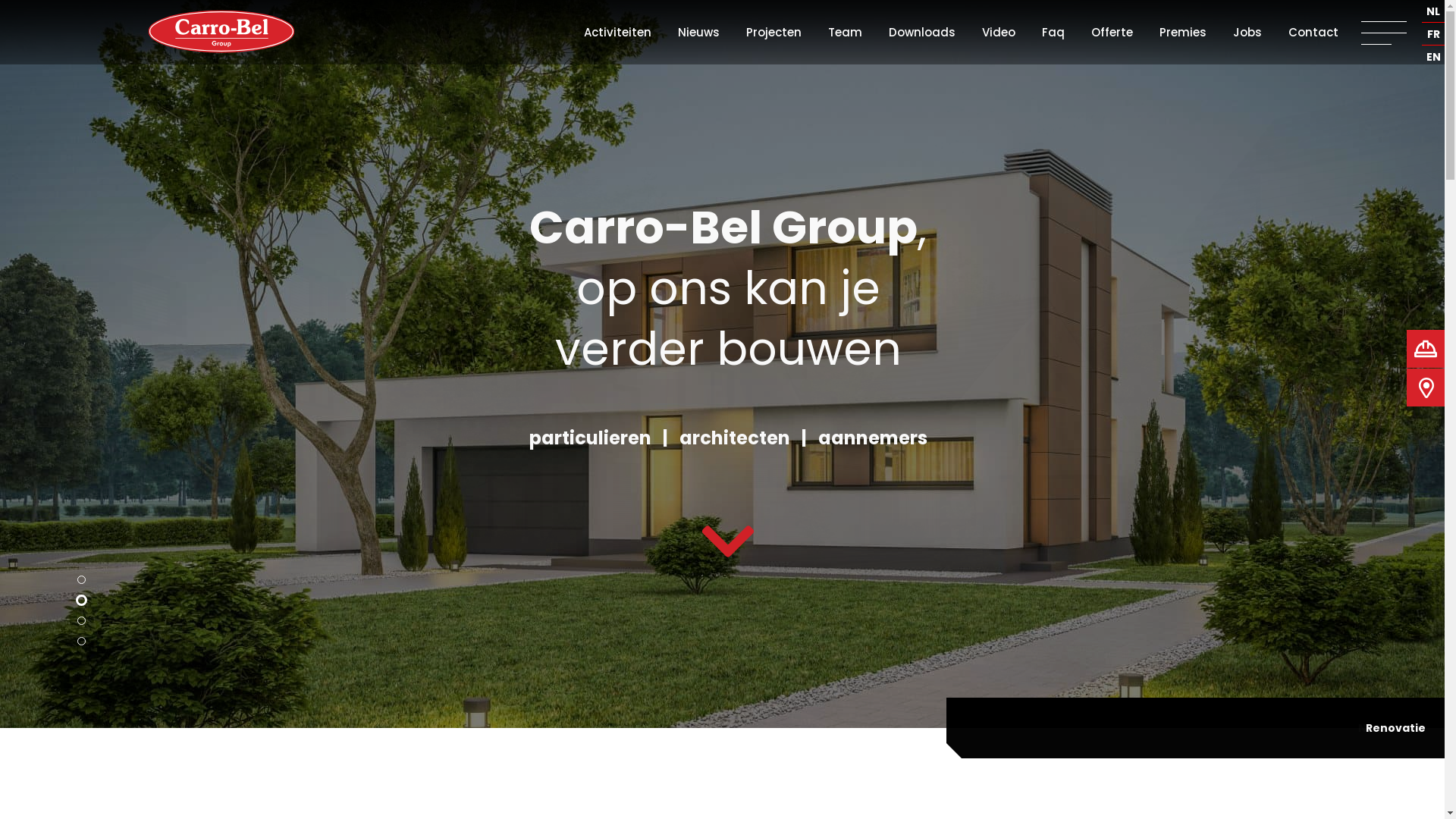  I want to click on 'Nieuws', so click(698, 32).